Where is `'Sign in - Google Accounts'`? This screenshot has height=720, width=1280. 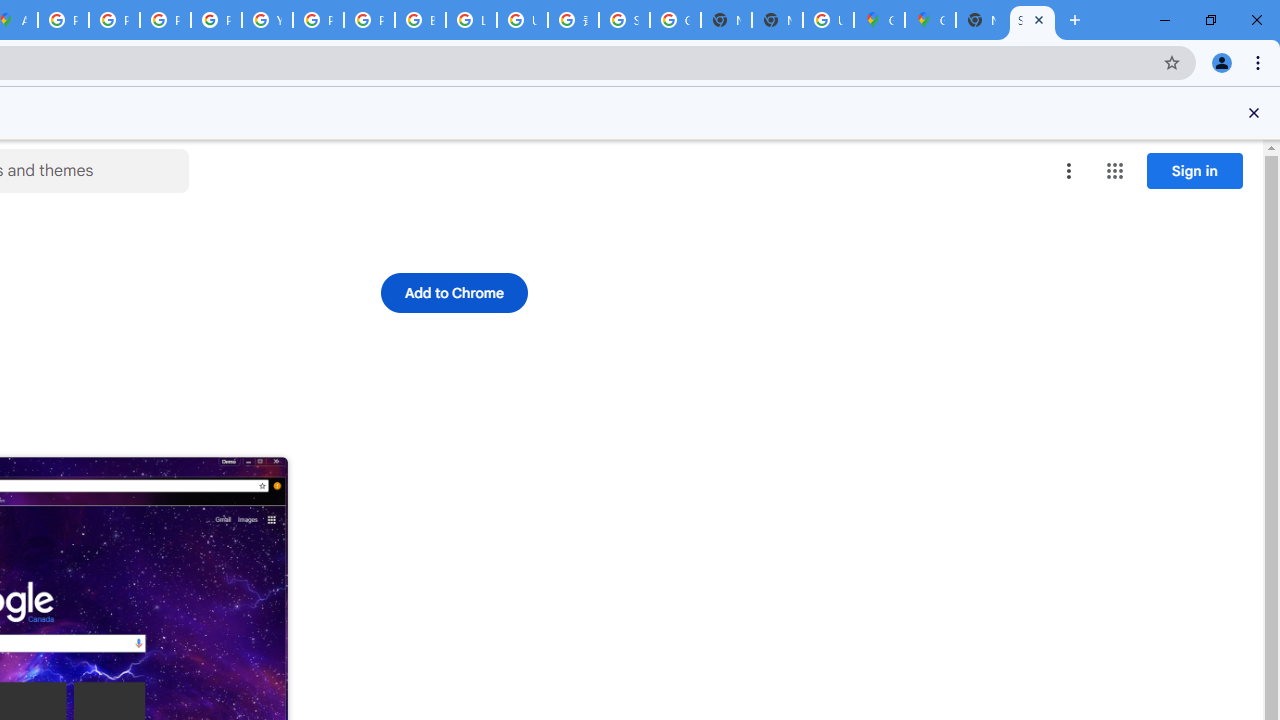
'Sign in - Google Accounts' is located at coordinates (623, 20).